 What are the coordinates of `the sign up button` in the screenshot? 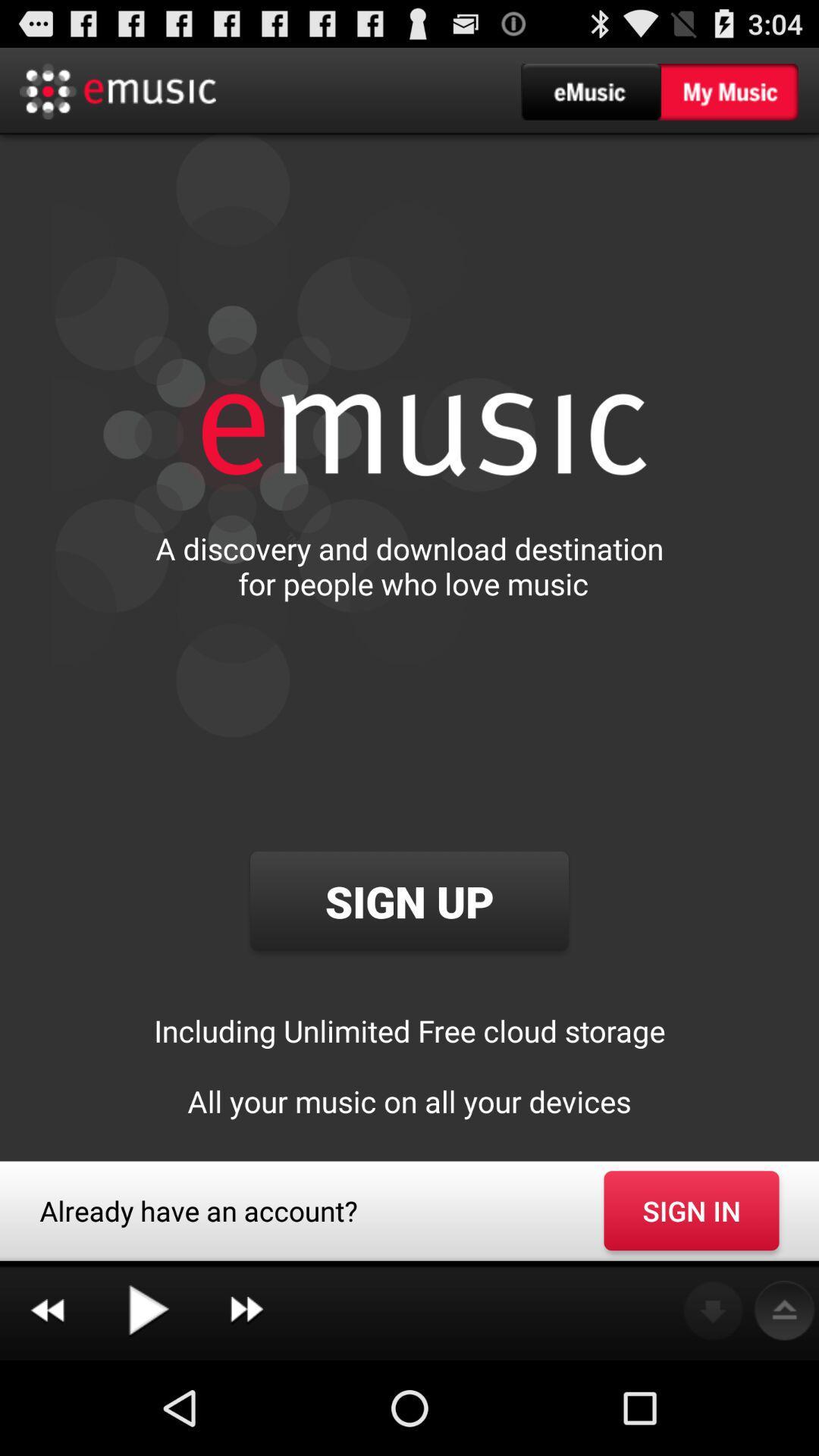 It's located at (409, 901).